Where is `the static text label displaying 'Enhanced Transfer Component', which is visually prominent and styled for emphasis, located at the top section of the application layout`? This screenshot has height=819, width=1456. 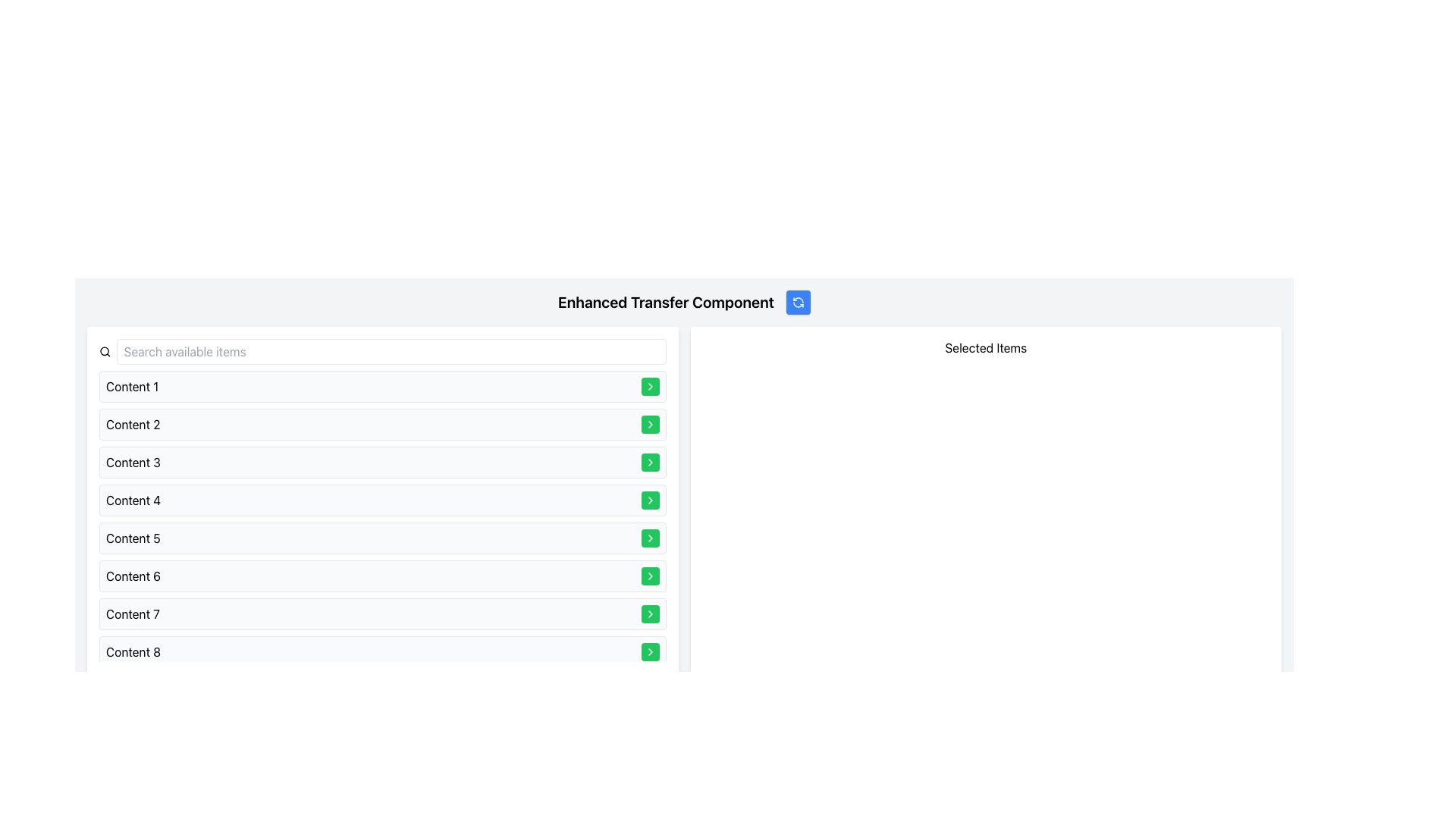
the static text label displaying 'Enhanced Transfer Component', which is visually prominent and styled for emphasis, located at the top section of the application layout is located at coordinates (666, 302).